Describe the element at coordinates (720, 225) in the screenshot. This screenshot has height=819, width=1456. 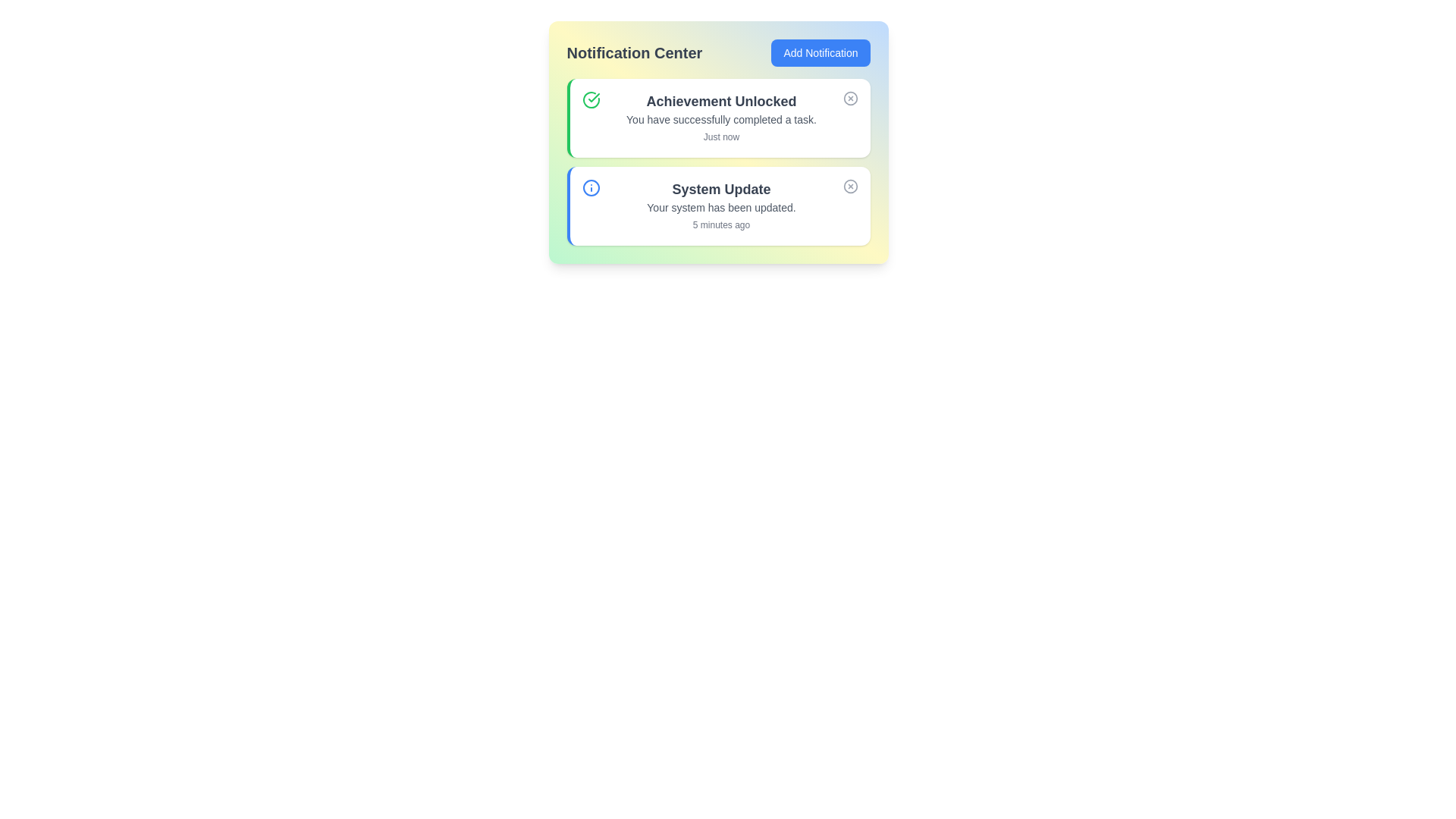
I see `informational text displaying '5 minutes ago' located at the bottom-right of the 'System Update' notification, below the main message and aligned to the right` at that location.